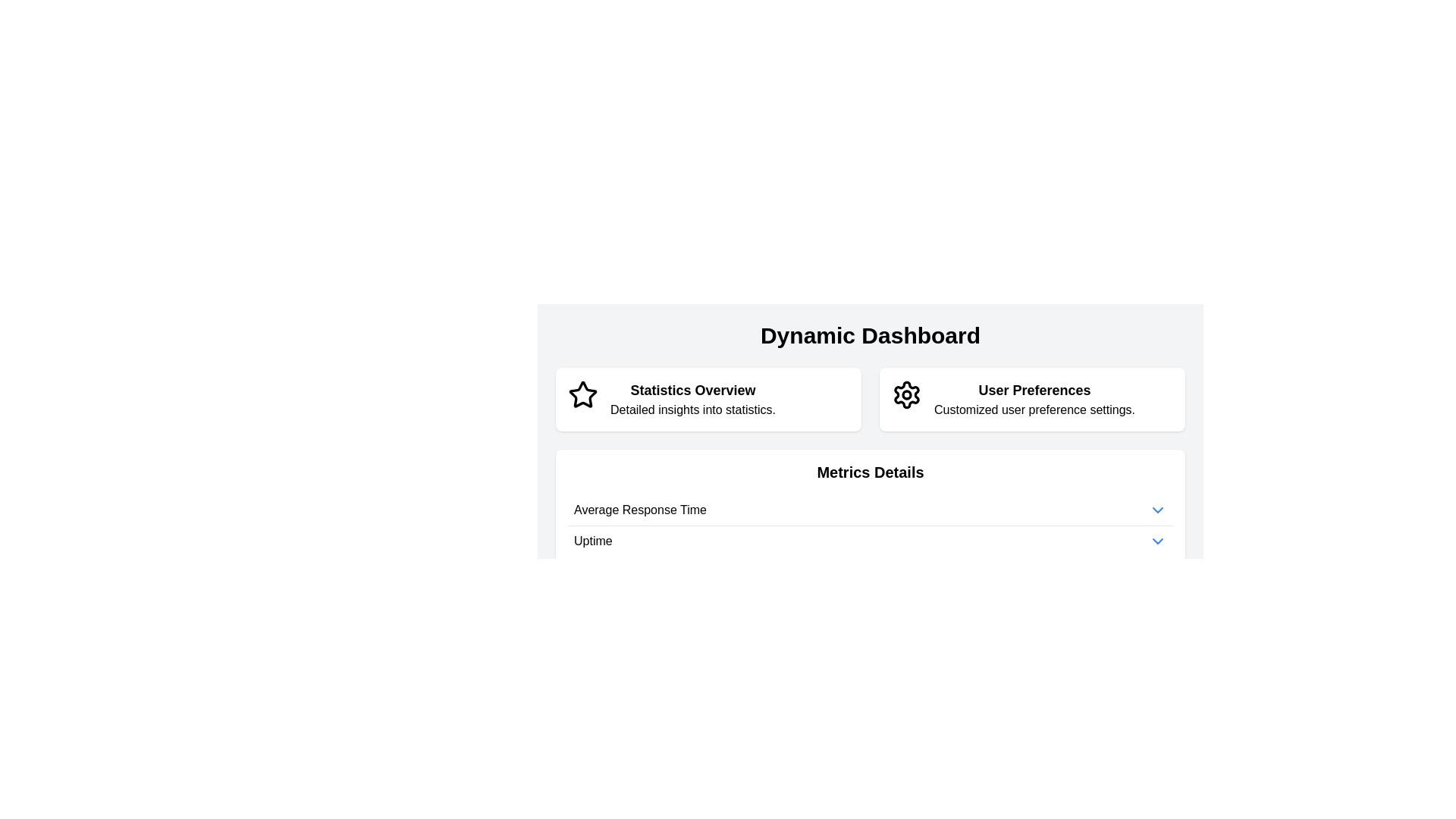 This screenshot has width=1456, height=819. What do you see at coordinates (582, 394) in the screenshot?
I see `the star icon with a hollow center located in the top left section of the 'Dynamic Dashboard', within the 'Statistics Overview' button` at bounding box center [582, 394].